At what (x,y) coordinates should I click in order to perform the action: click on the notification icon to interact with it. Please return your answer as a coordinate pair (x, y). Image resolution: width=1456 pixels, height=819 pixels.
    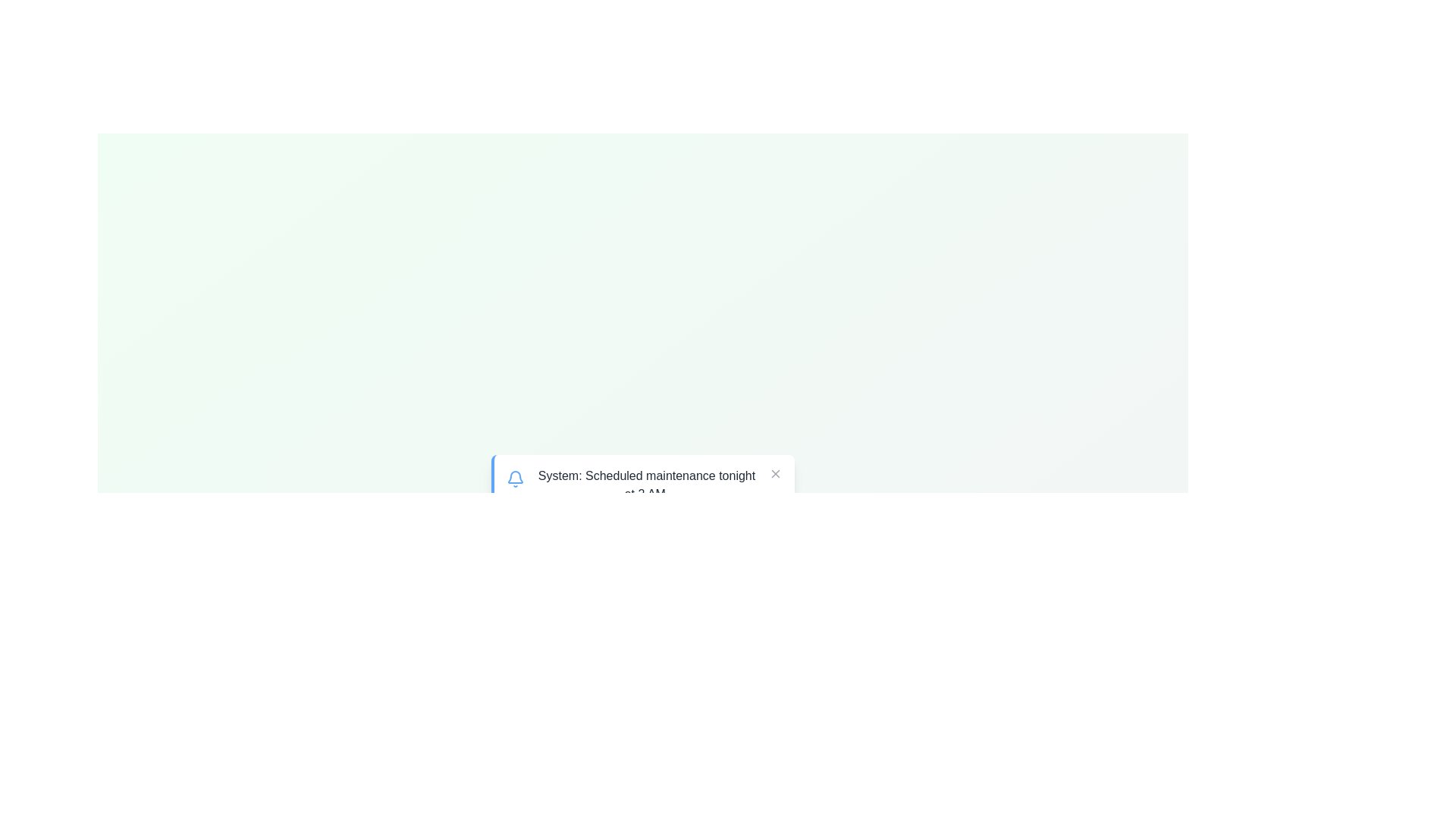
    Looking at the image, I should click on (516, 479).